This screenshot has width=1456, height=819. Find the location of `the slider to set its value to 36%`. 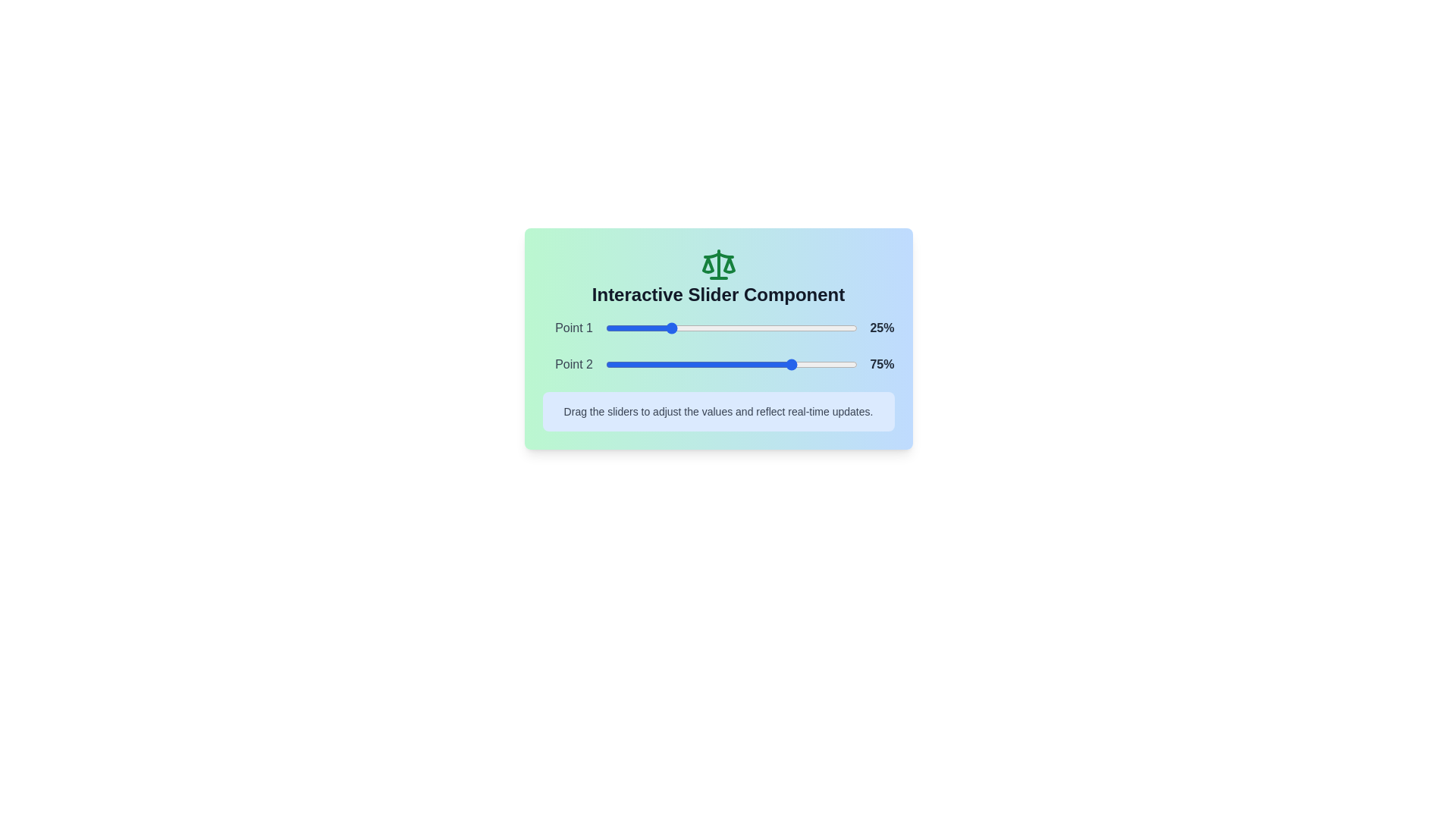

the slider to set its value to 36% is located at coordinates (695, 327).